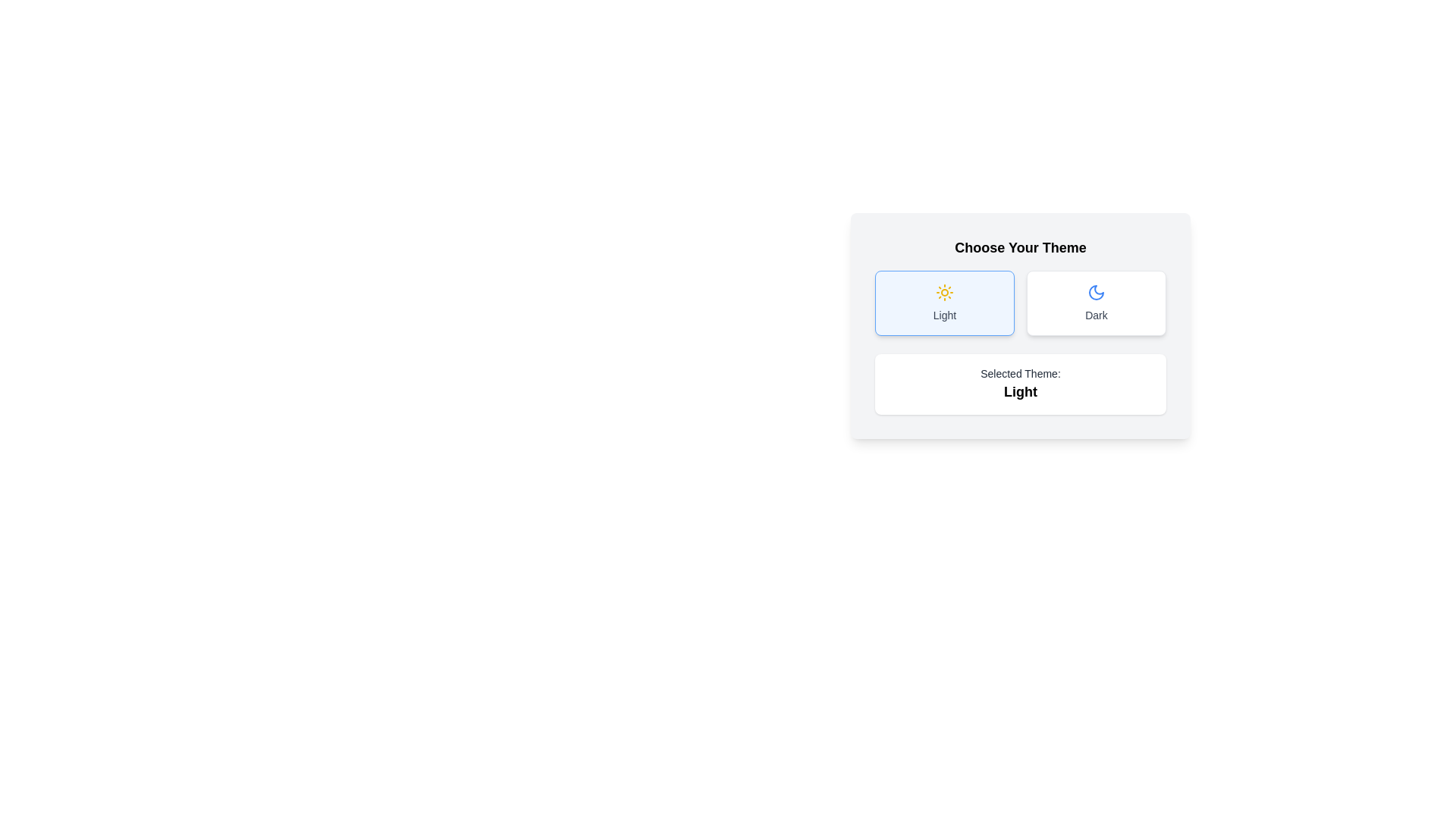 The height and width of the screenshot is (819, 1456). What do you see at coordinates (1096, 303) in the screenshot?
I see `the Dark button to select the corresponding theme` at bounding box center [1096, 303].